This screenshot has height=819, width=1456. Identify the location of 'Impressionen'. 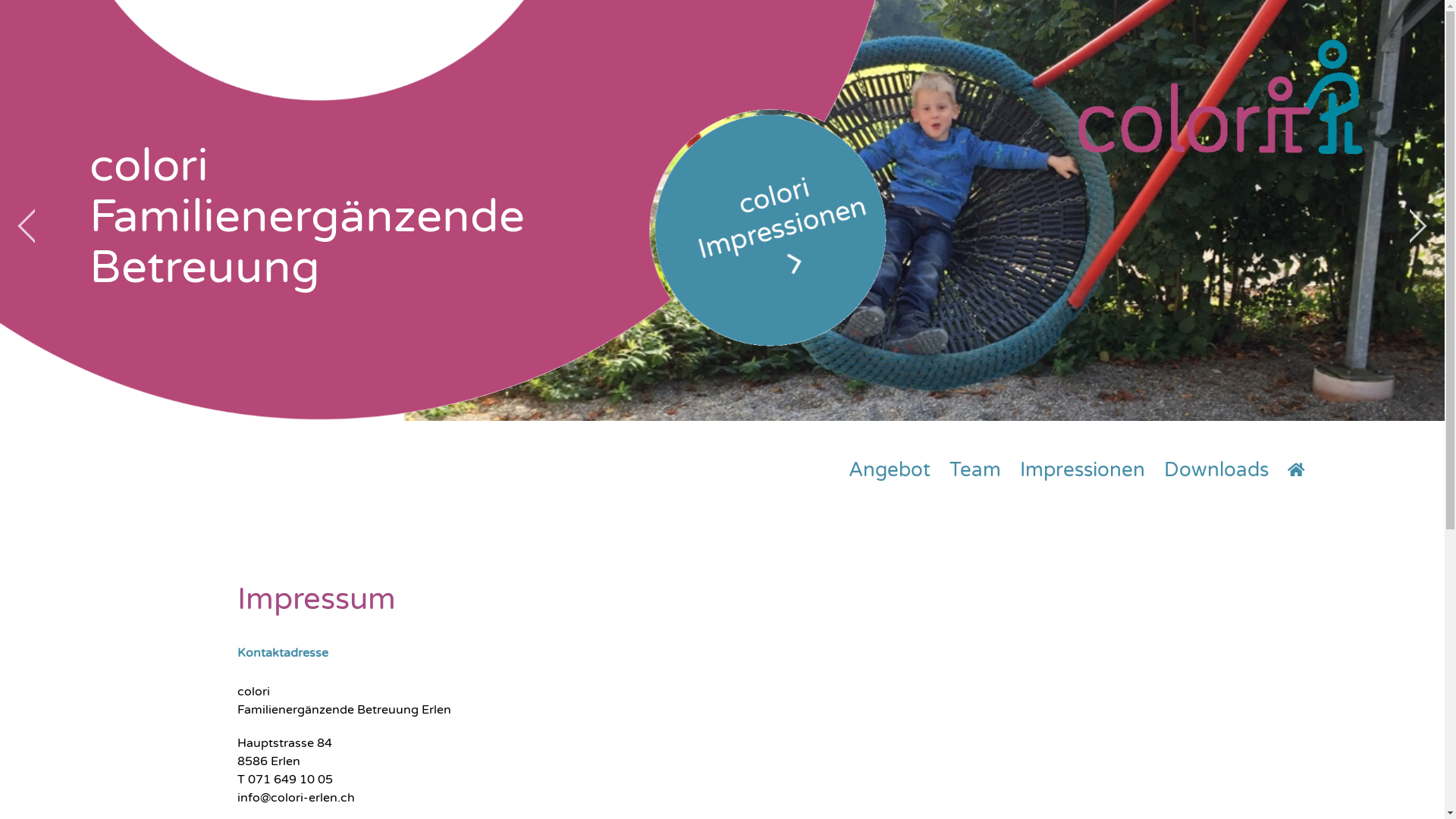
(1081, 469).